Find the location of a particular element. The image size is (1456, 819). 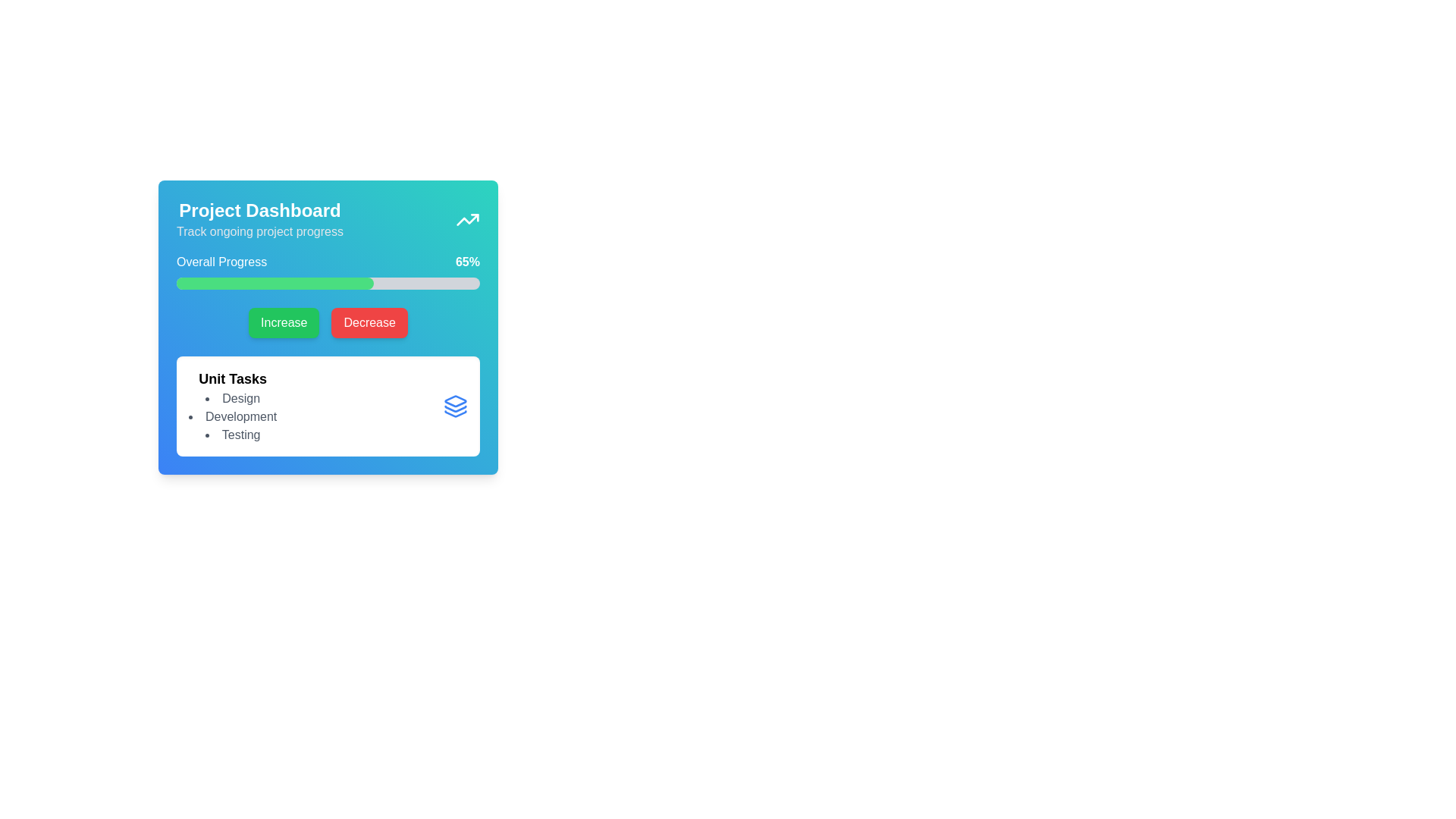

the text label that serves as a title for the task section, located in the lower-left panel of the interface is located at coordinates (232, 378).